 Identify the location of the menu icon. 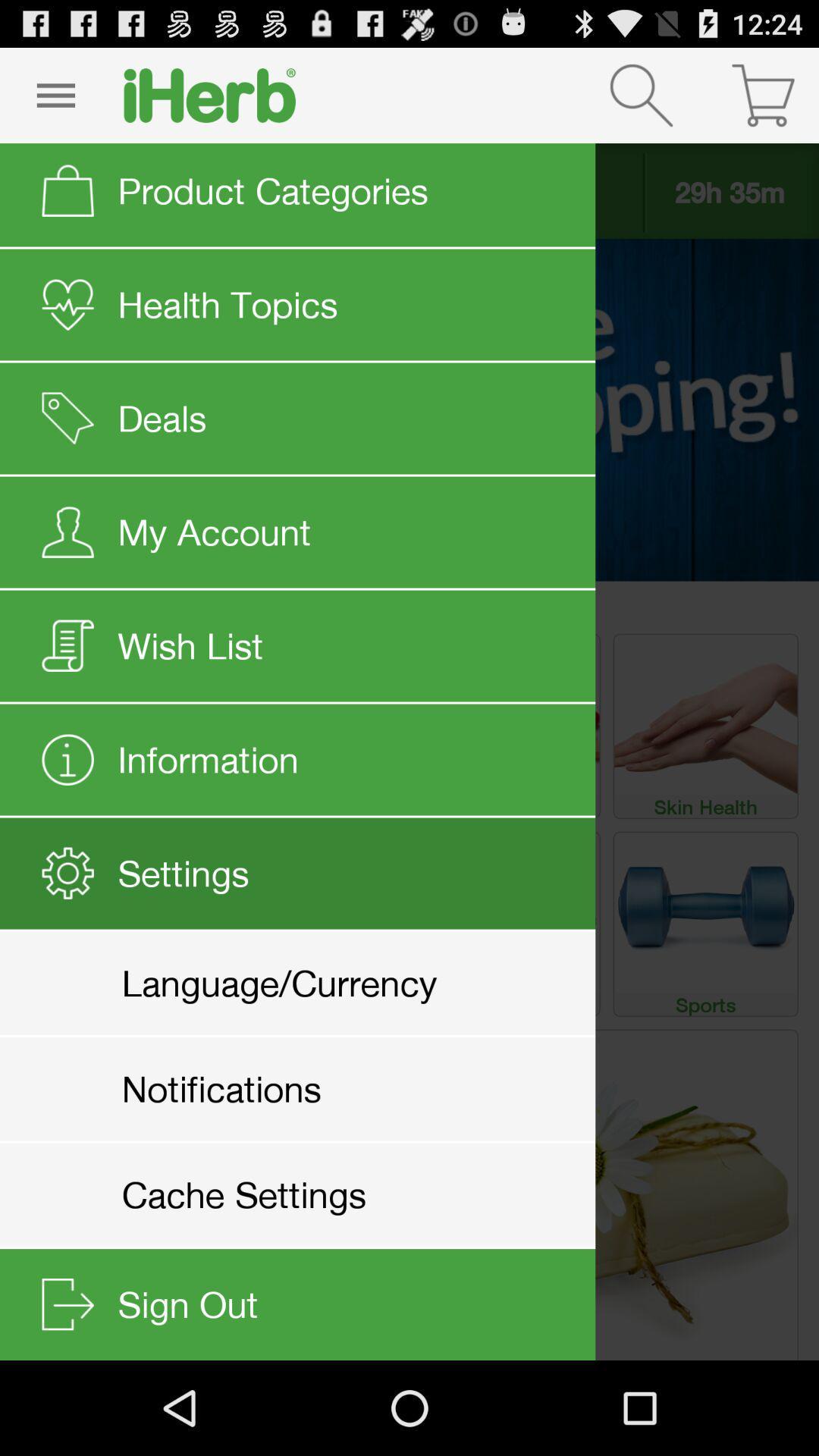
(55, 101).